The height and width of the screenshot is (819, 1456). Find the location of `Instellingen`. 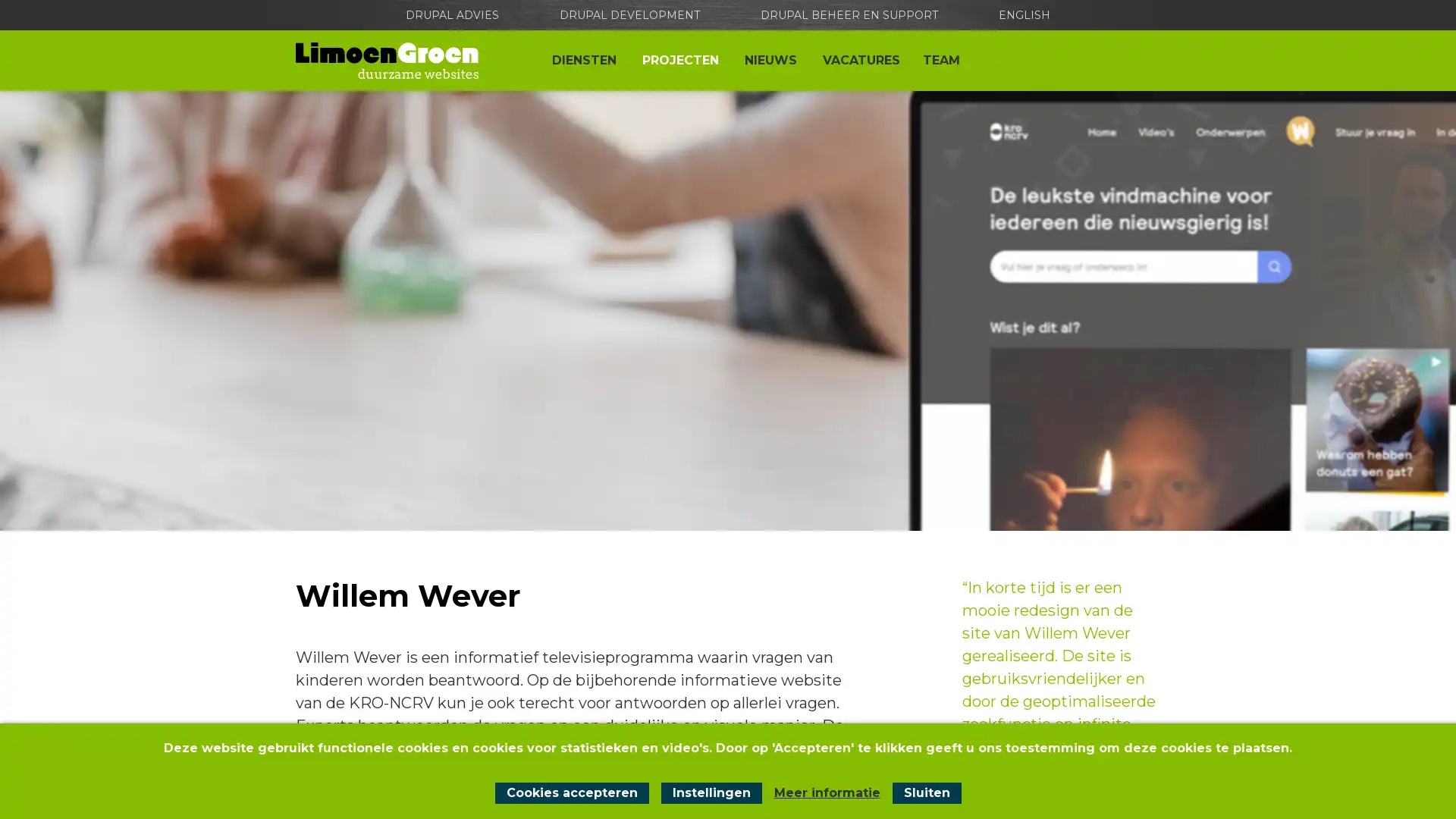

Instellingen is located at coordinates (710, 792).